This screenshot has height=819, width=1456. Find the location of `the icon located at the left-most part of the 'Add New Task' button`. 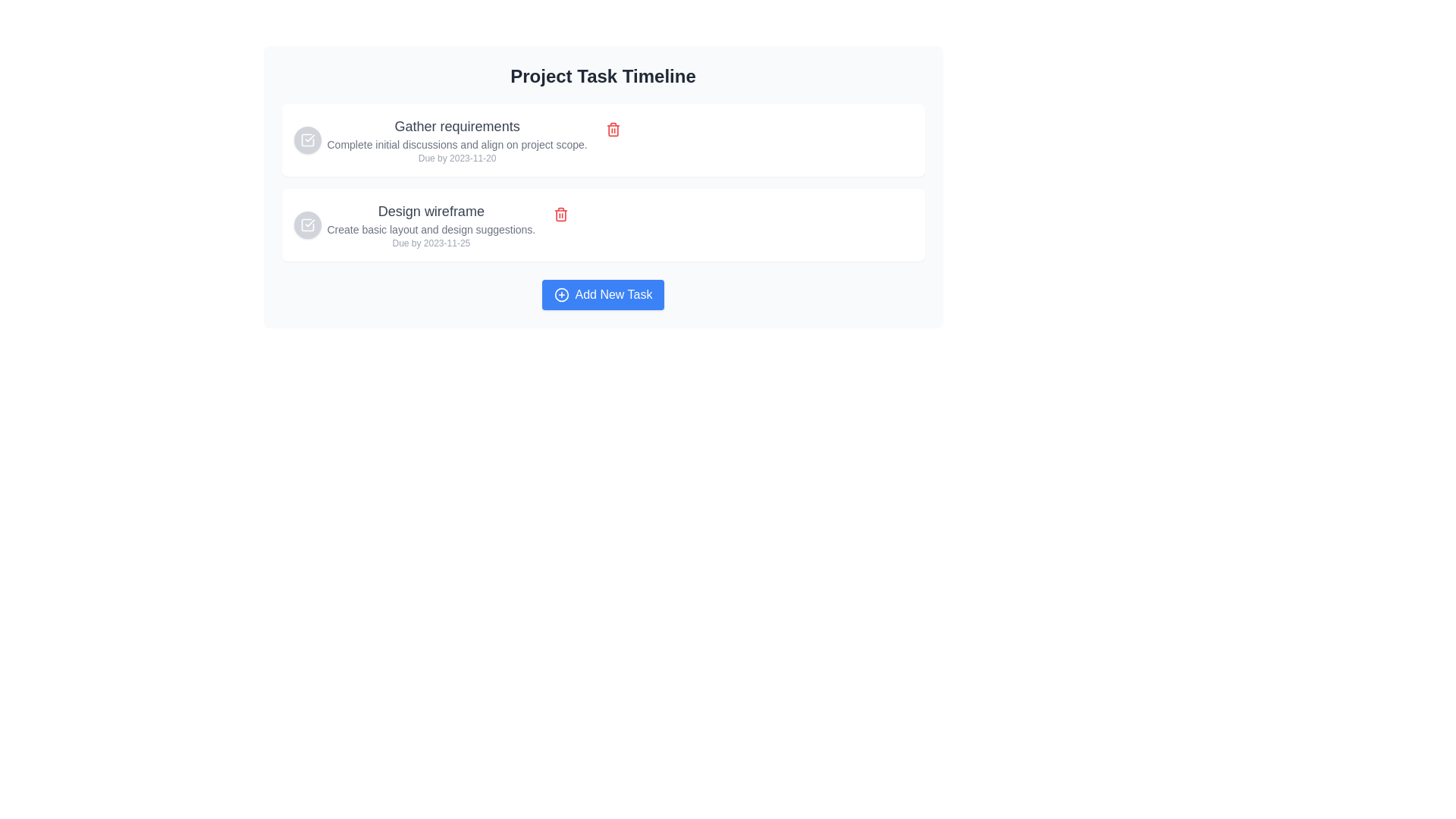

the icon located at the left-most part of the 'Add New Task' button is located at coordinates (560, 295).